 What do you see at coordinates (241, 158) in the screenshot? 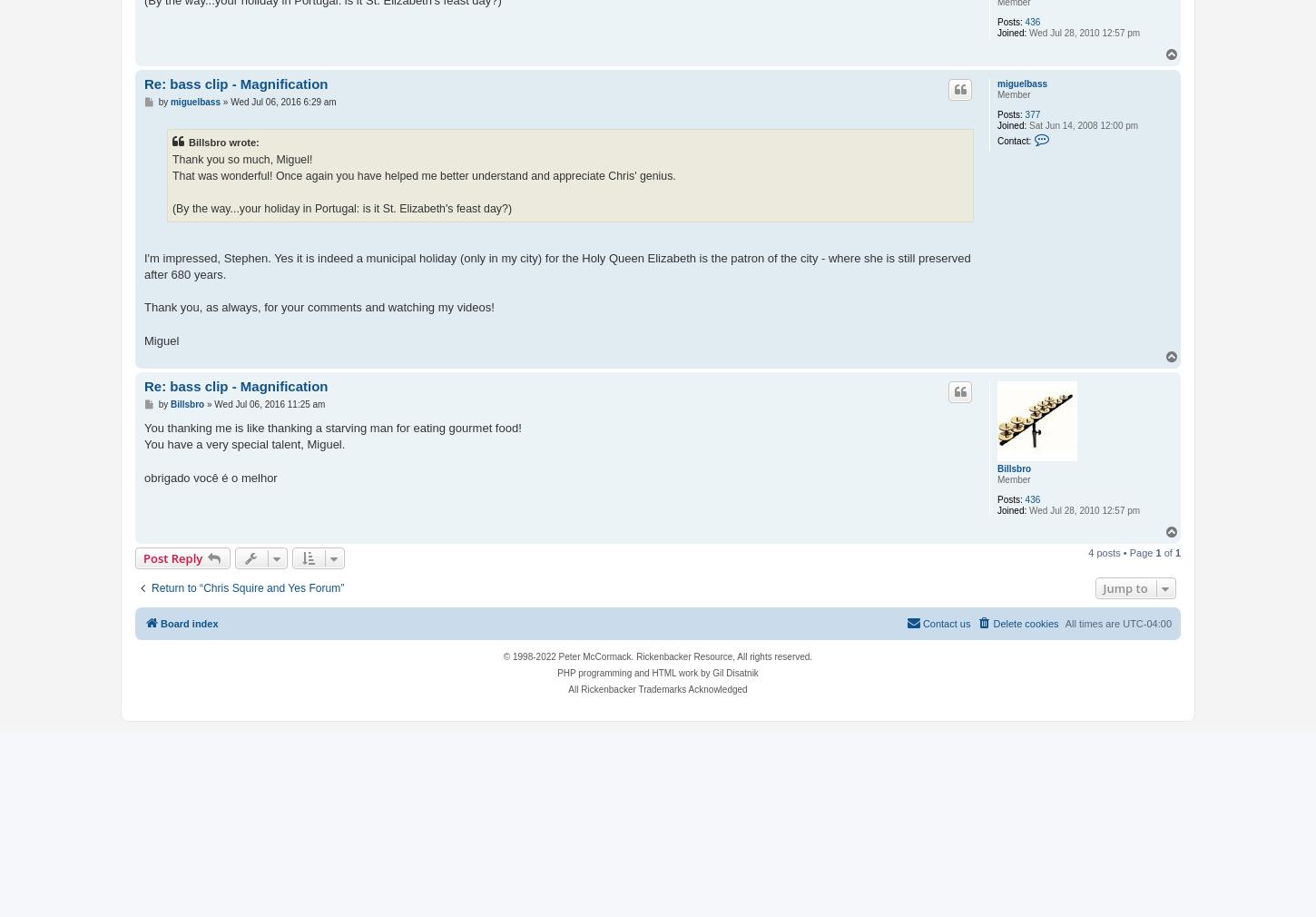
I see `'Thank you so much, Miguel!'` at bounding box center [241, 158].